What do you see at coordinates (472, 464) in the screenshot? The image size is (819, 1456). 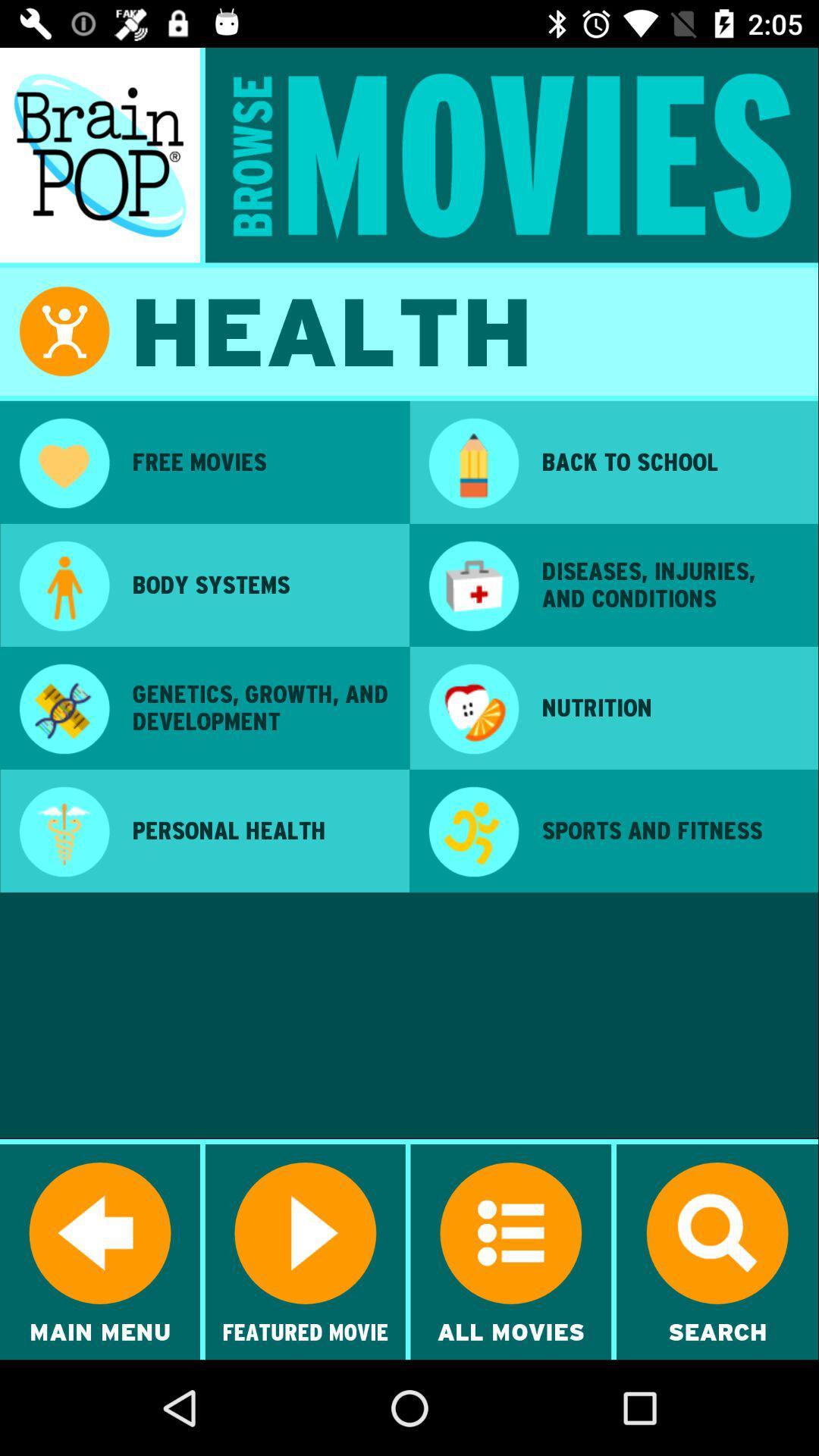 I see `the icon next to free movies item` at bounding box center [472, 464].